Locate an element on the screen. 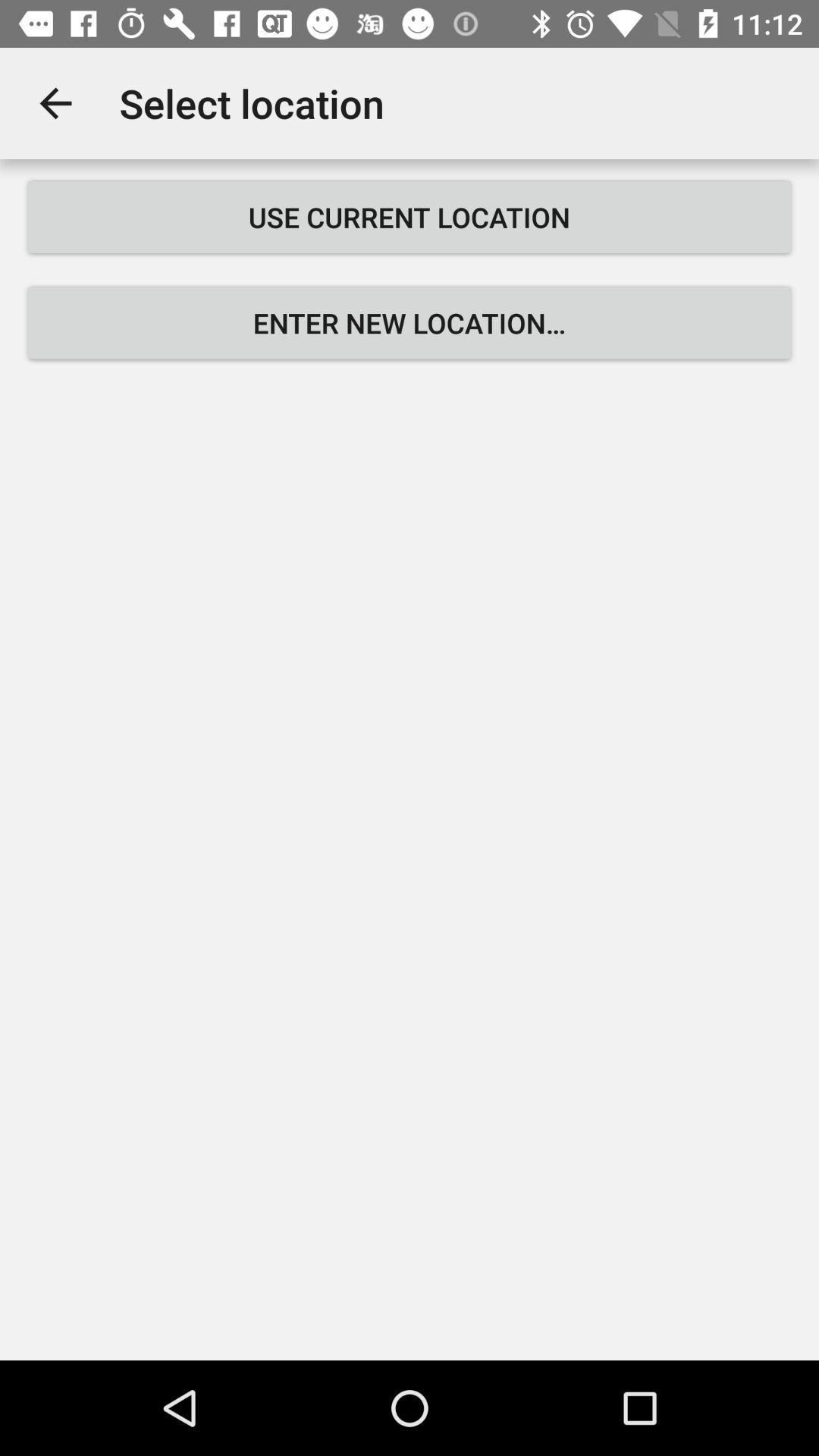 Image resolution: width=819 pixels, height=1456 pixels. the item to the left of select location app is located at coordinates (55, 102).